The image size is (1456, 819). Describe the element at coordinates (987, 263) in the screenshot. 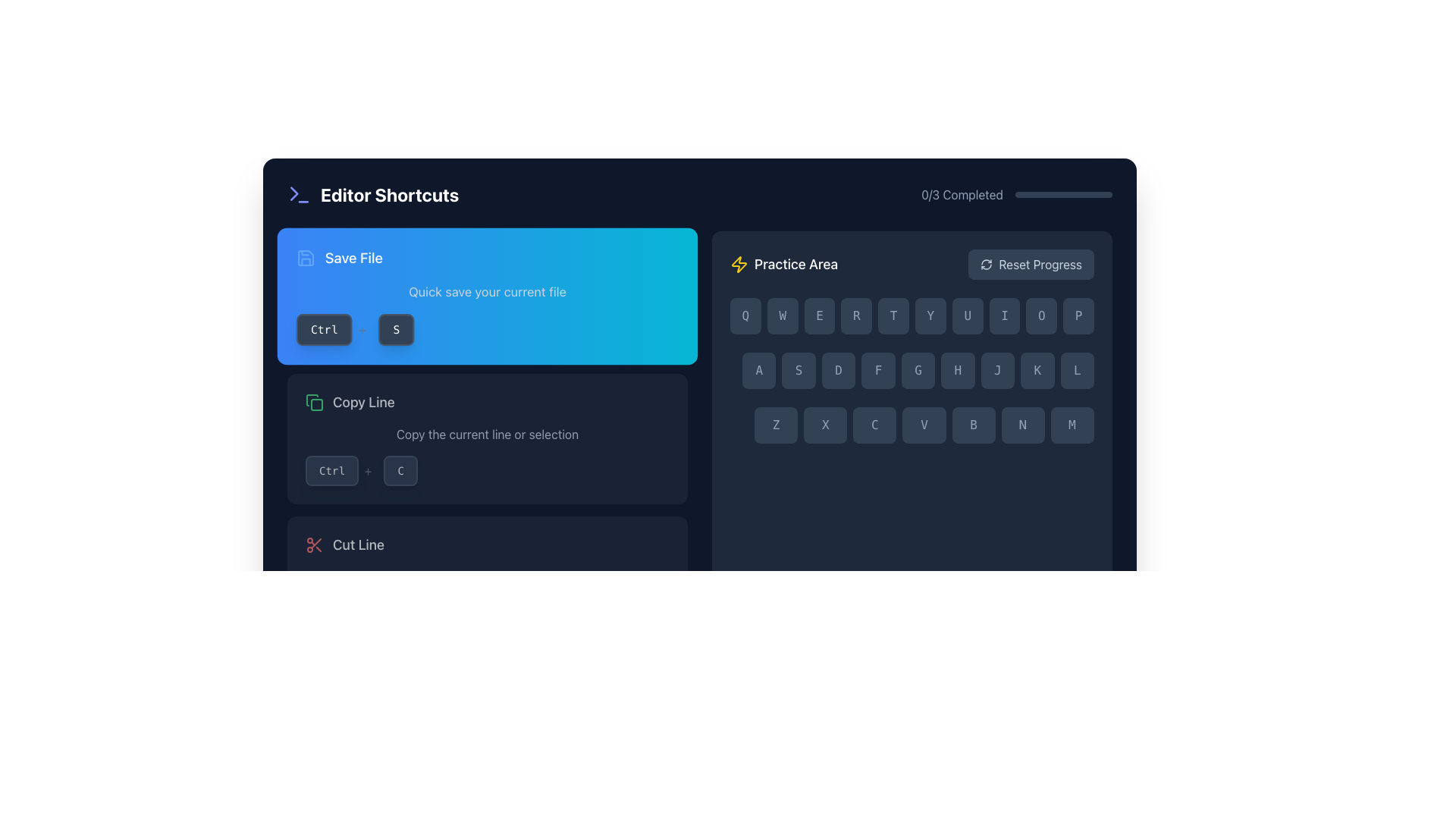

I see `the refresh icon located to the left of the 'Reset Progress' button in the top-right corner of the user interface, which is used to reset or clear progress or data` at that location.